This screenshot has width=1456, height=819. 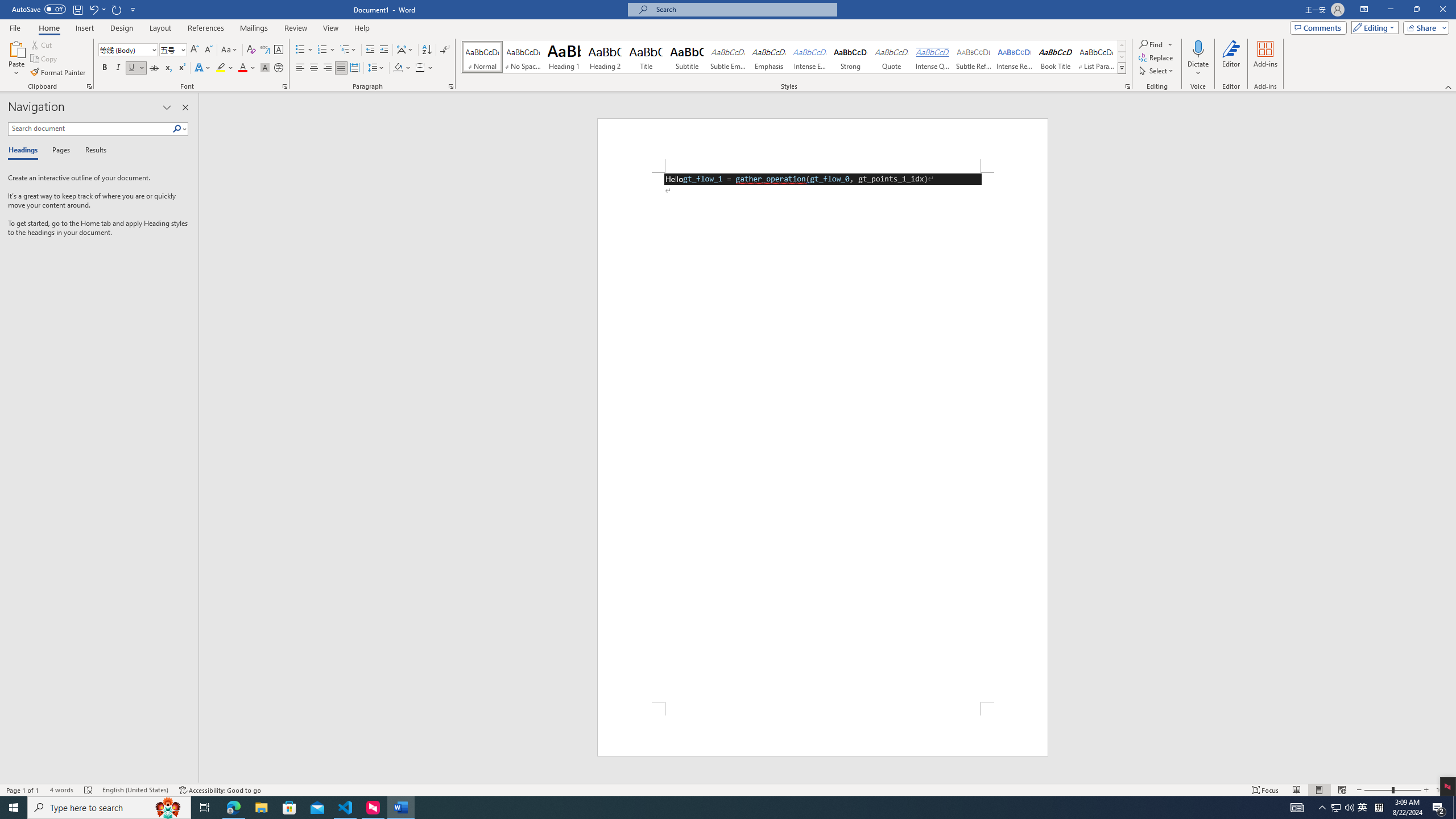 I want to click on 'Subscript', so click(x=167, y=67).